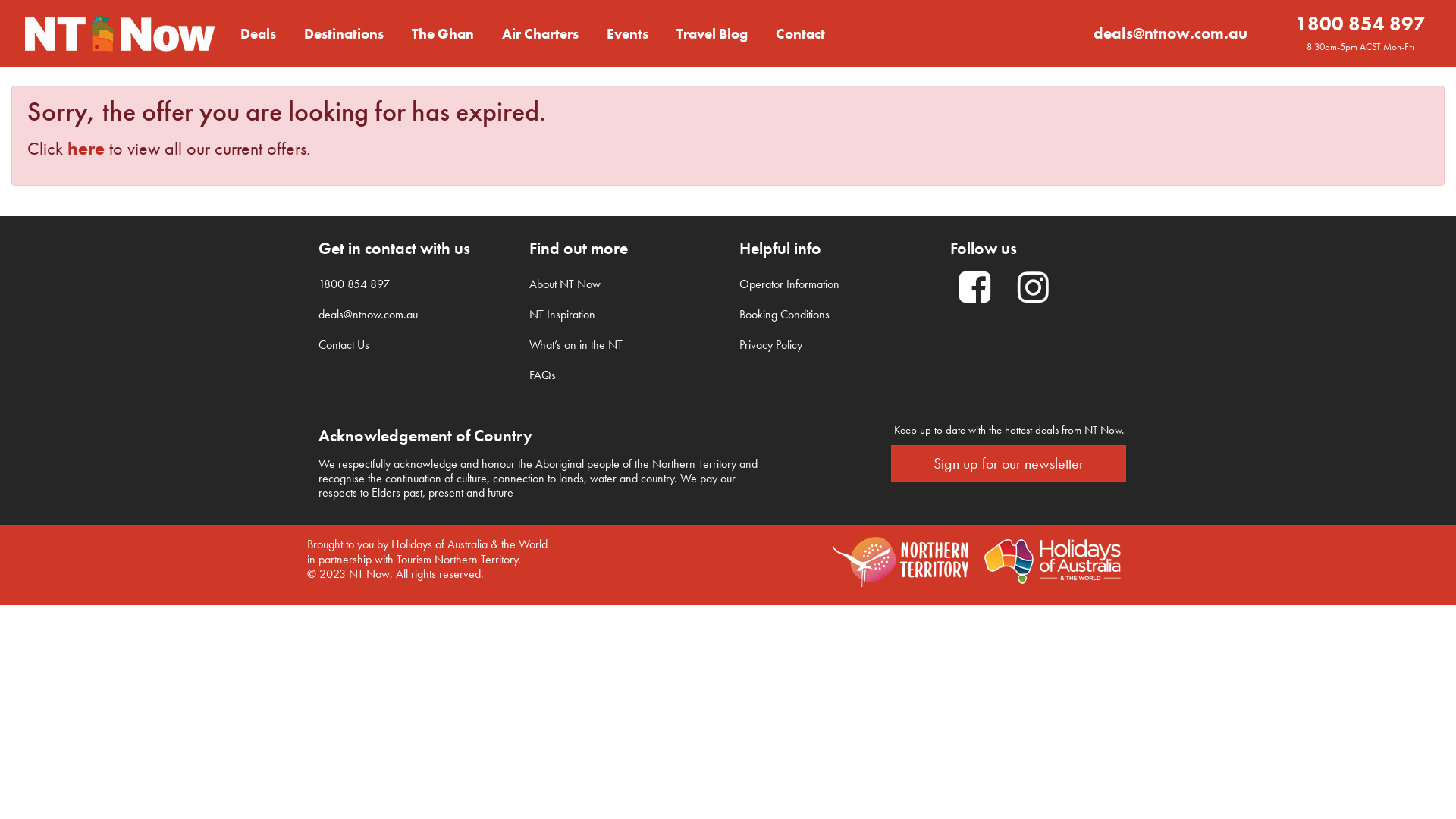 This screenshot has height=819, width=1456. What do you see at coordinates (563, 284) in the screenshot?
I see `'About NT Now'` at bounding box center [563, 284].